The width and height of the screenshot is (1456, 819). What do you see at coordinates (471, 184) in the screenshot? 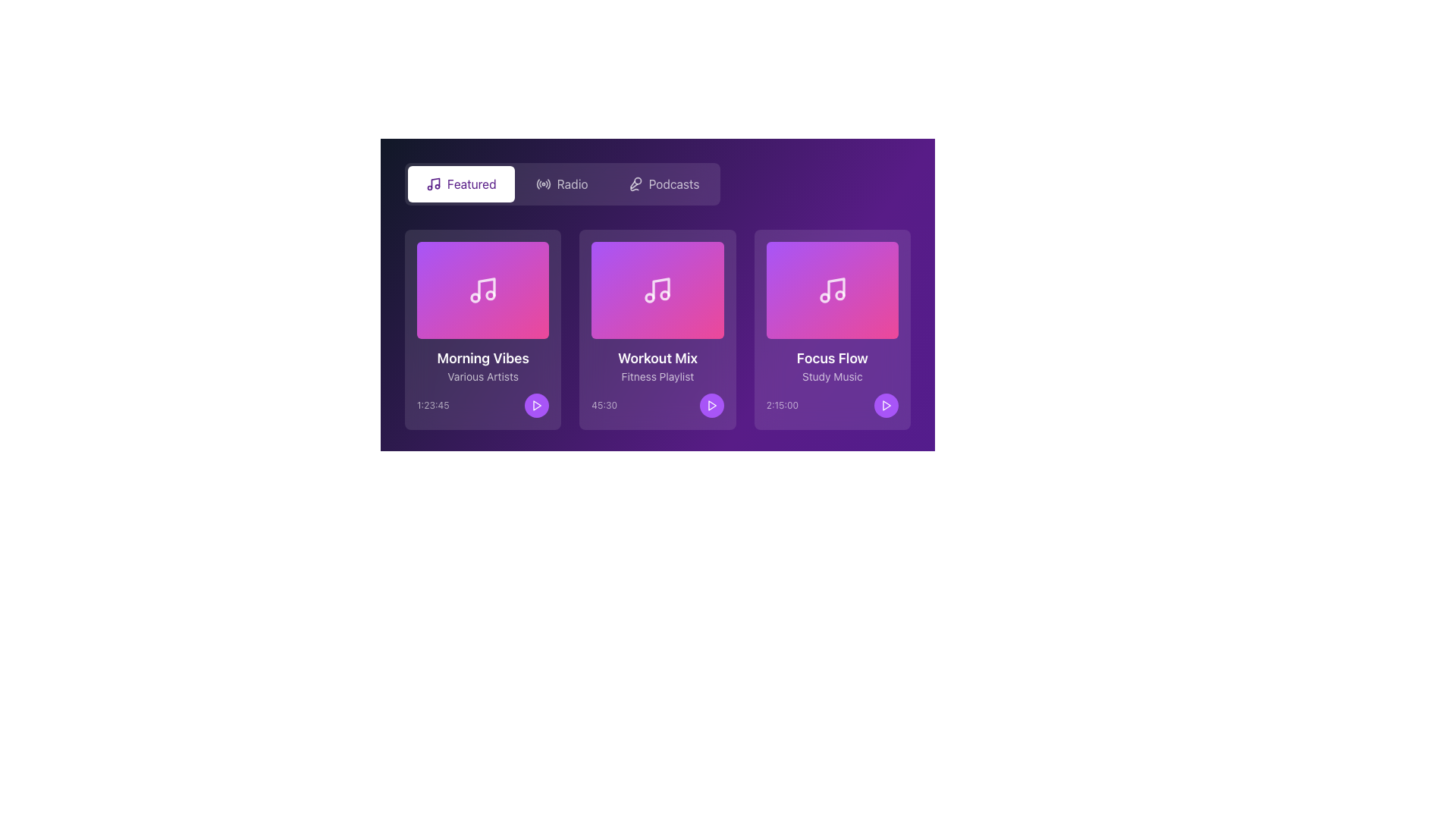
I see `the 'Featured' text element, which is styled in purple color and located within a white rectangular background in the navigation bar` at bounding box center [471, 184].